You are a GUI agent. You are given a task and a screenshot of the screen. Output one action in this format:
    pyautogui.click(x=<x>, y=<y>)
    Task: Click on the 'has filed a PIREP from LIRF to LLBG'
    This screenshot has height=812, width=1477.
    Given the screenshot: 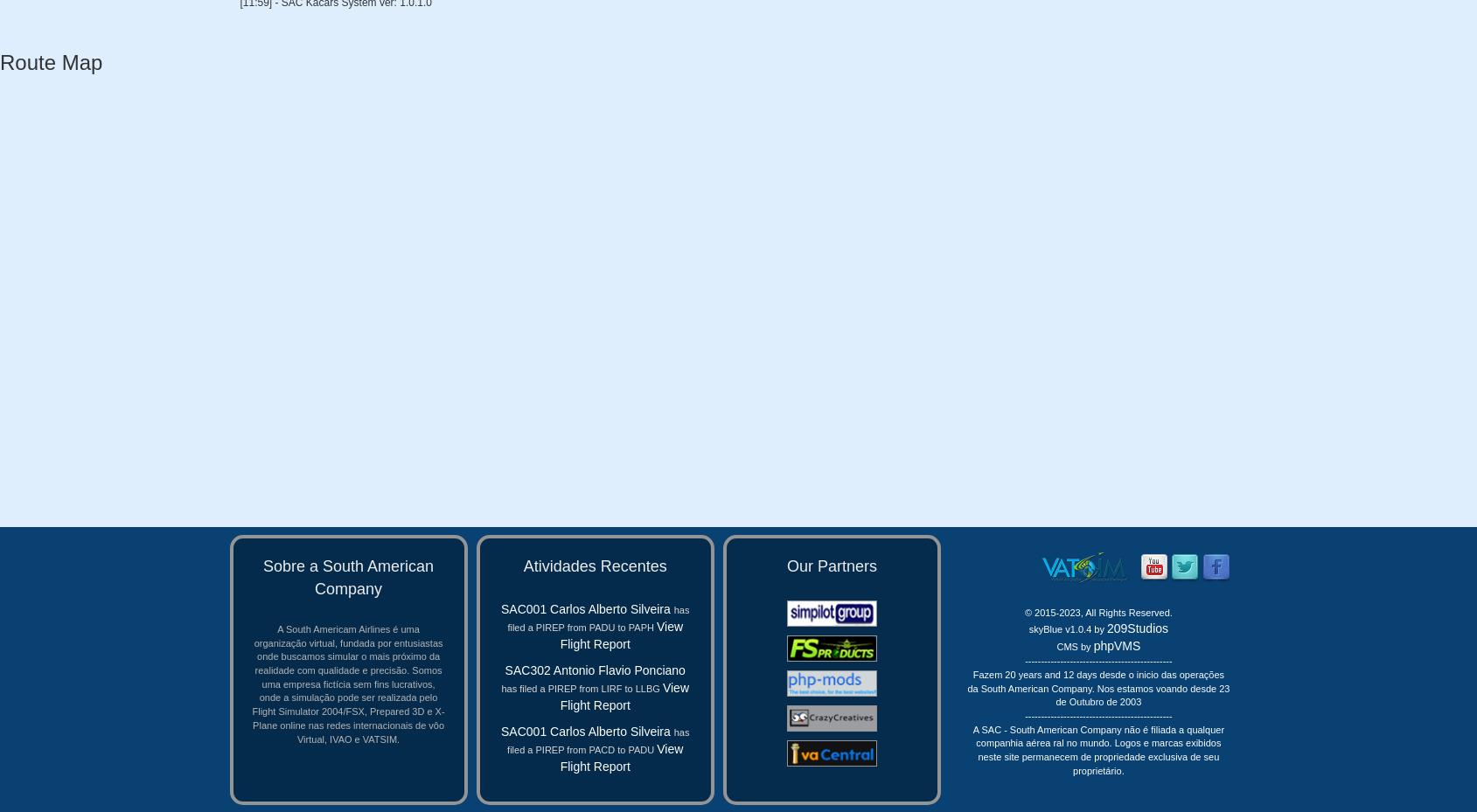 What is the action you would take?
    pyautogui.click(x=581, y=687)
    